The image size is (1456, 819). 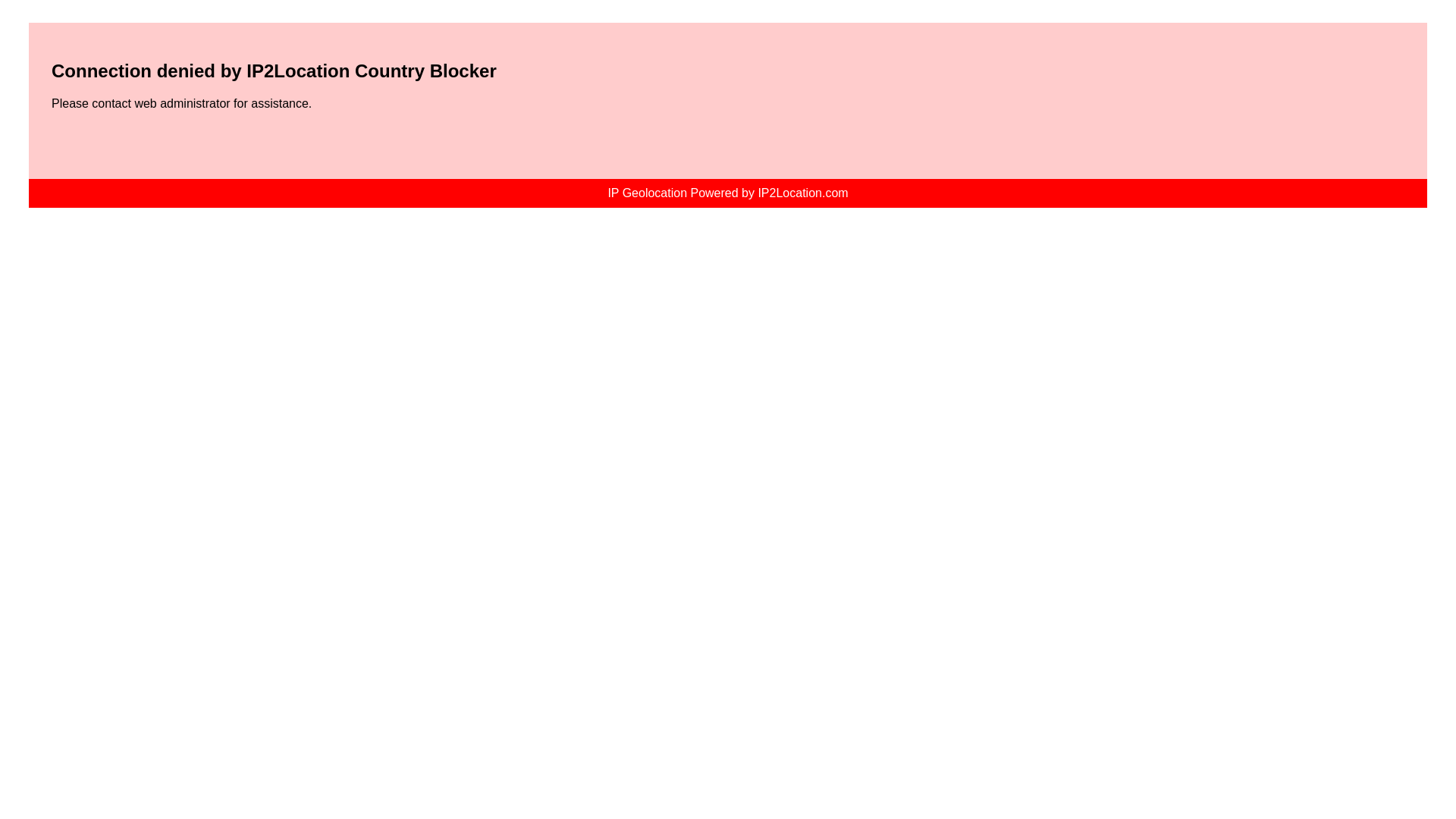 What do you see at coordinates (726, 192) in the screenshot?
I see `'IP Geolocation Powered by IP2Location.com'` at bounding box center [726, 192].